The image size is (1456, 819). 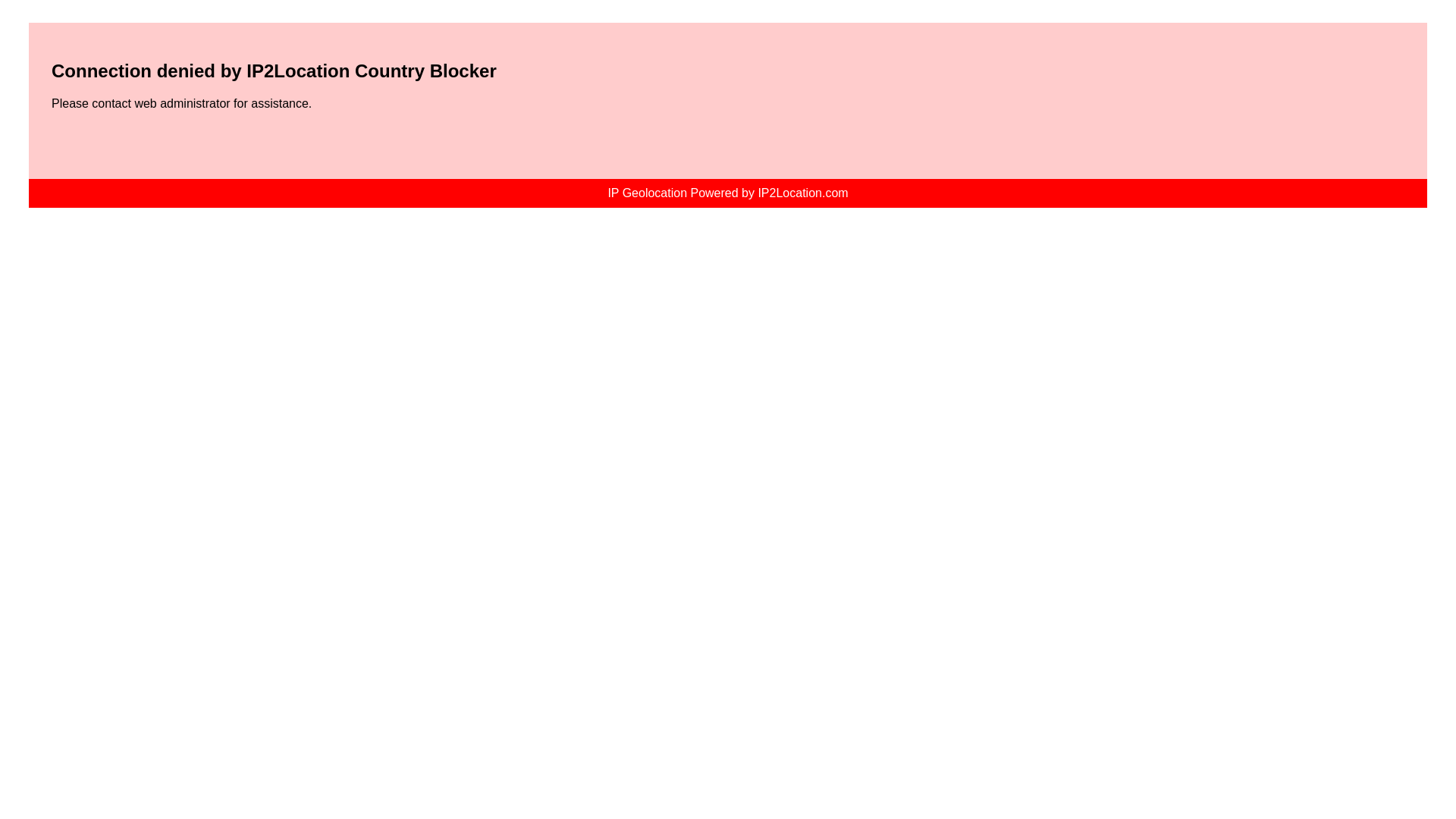 What do you see at coordinates (726, 192) in the screenshot?
I see `'IP Geolocation Powered by IP2Location.com'` at bounding box center [726, 192].